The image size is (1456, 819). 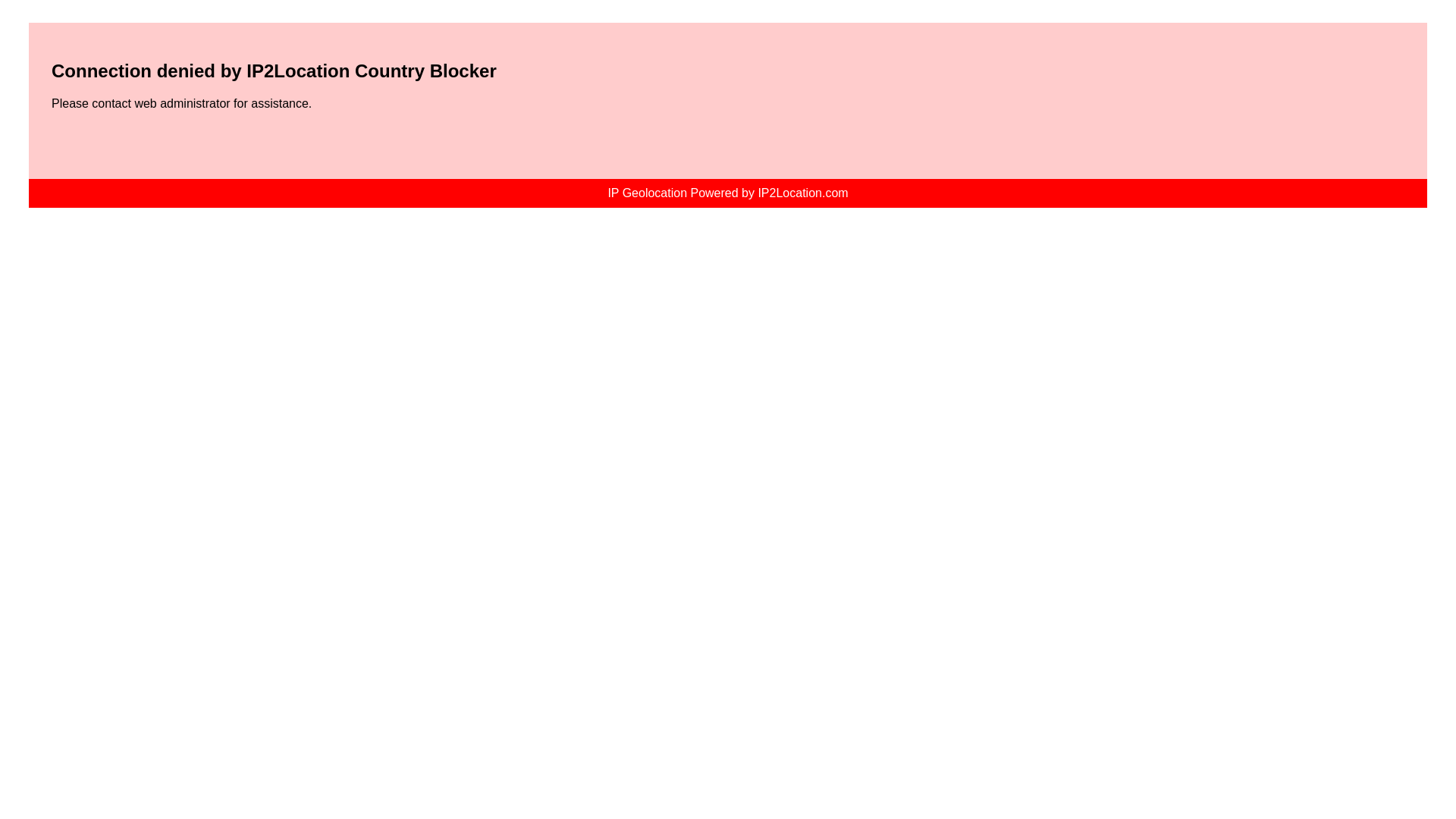 What do you see at coordinates (726, 192) in the screenshot?
I see `'IP Geolocation Powered by IP2Location.com'` at bounding box center [726, 192].